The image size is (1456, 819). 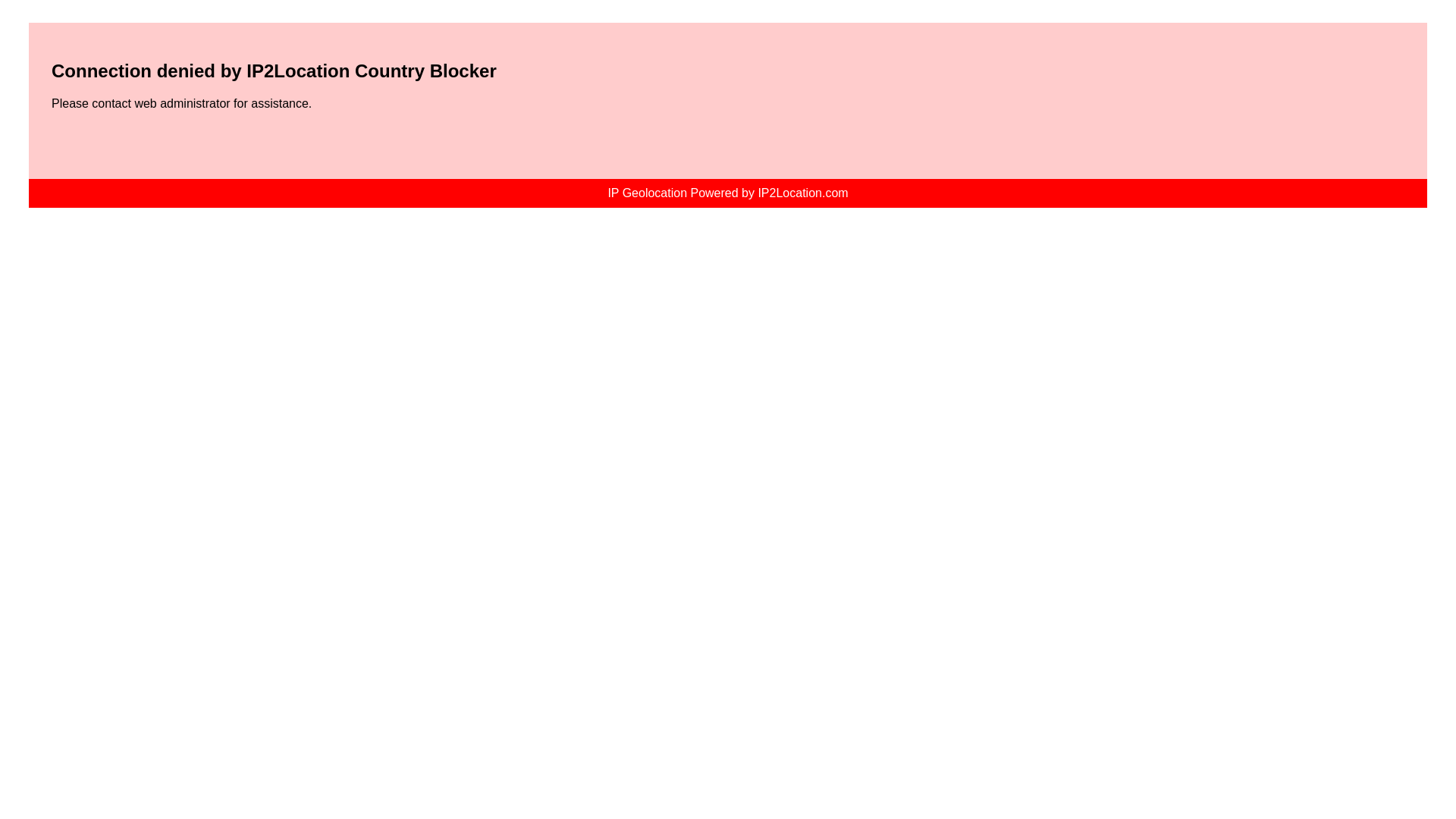 What do you see at coordinates (726, 192) in the screenshot?
I see `'IP Geolocation Powered by IP2Location.com'` at bounding box center [726, 192].